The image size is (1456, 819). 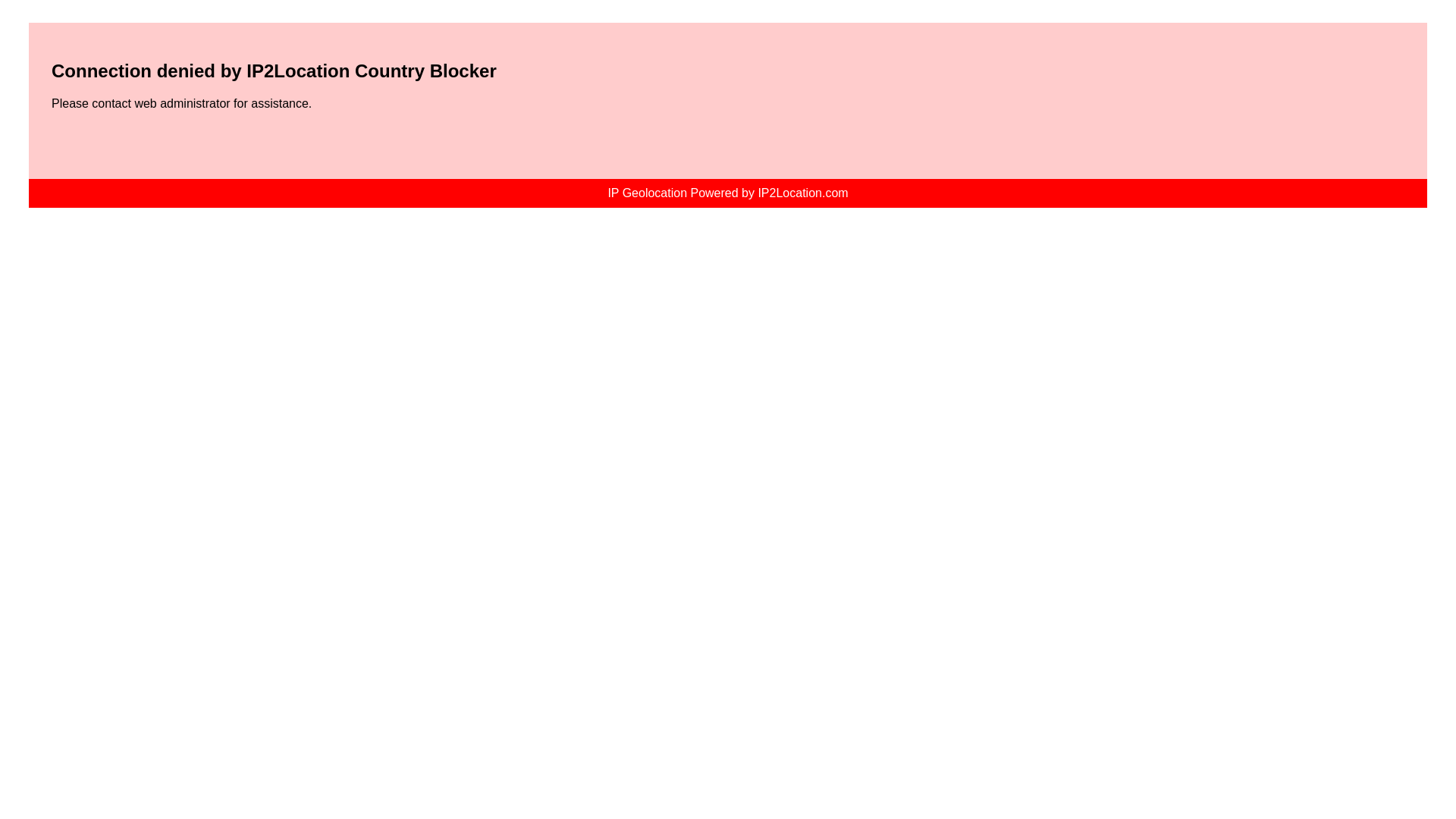 What do you see at coordinates (726, 192) in the screenshot?
I see `'IP Geolocation Powered by IP2Location.com'` at bounding box center [726, 192].